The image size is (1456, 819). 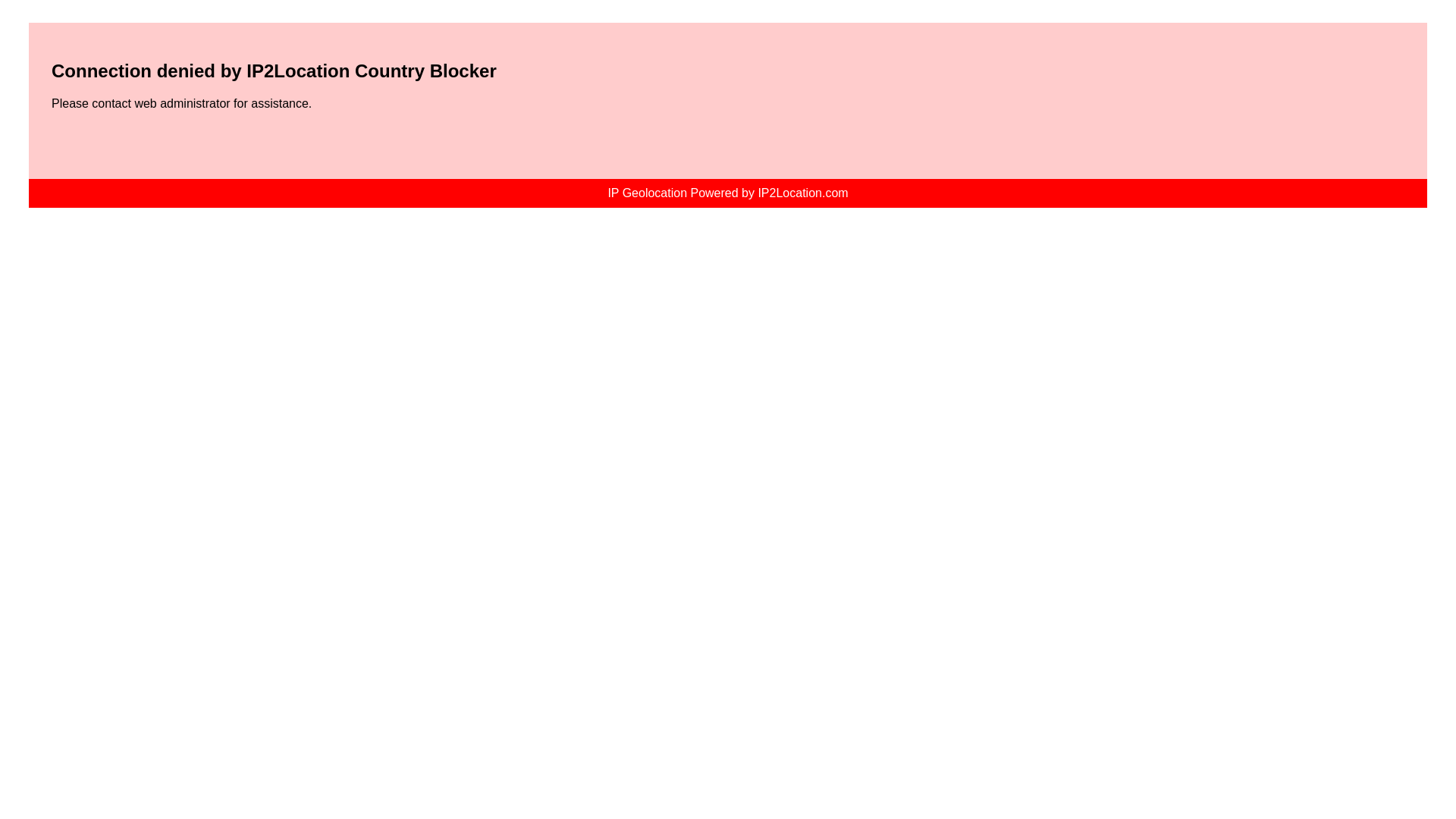 What do you see at coordinates (726, 192) in the screenshot?
I see `'IP Geolocation Powered by IP2Location.com'` at bounding box center [726, 192].